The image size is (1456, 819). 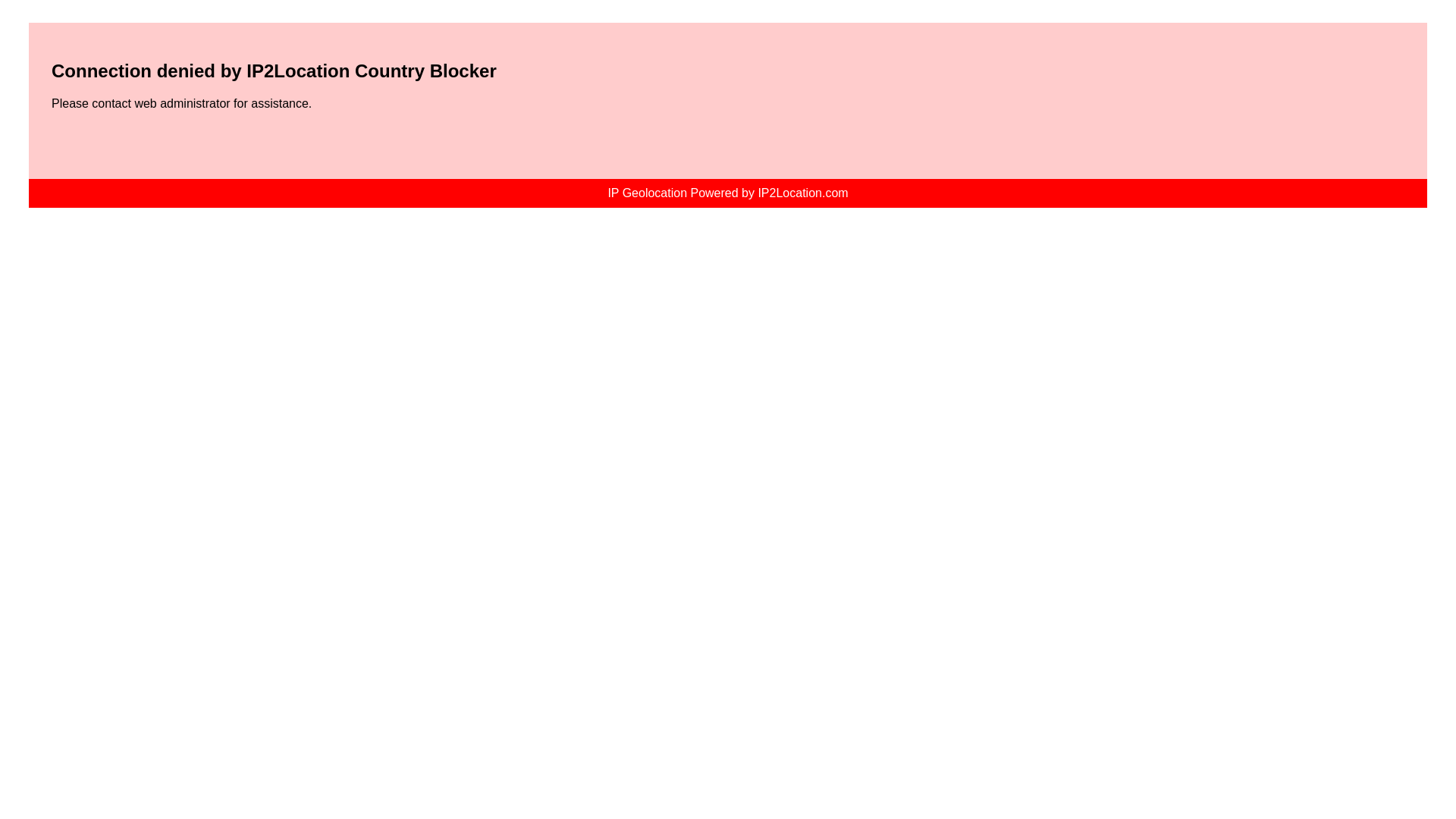 What do you see at coordinates (726, 192) in the screenshot?
I see `'IP Geolocation Powered by IP2Location.com'` at bounding box center [726, 192].